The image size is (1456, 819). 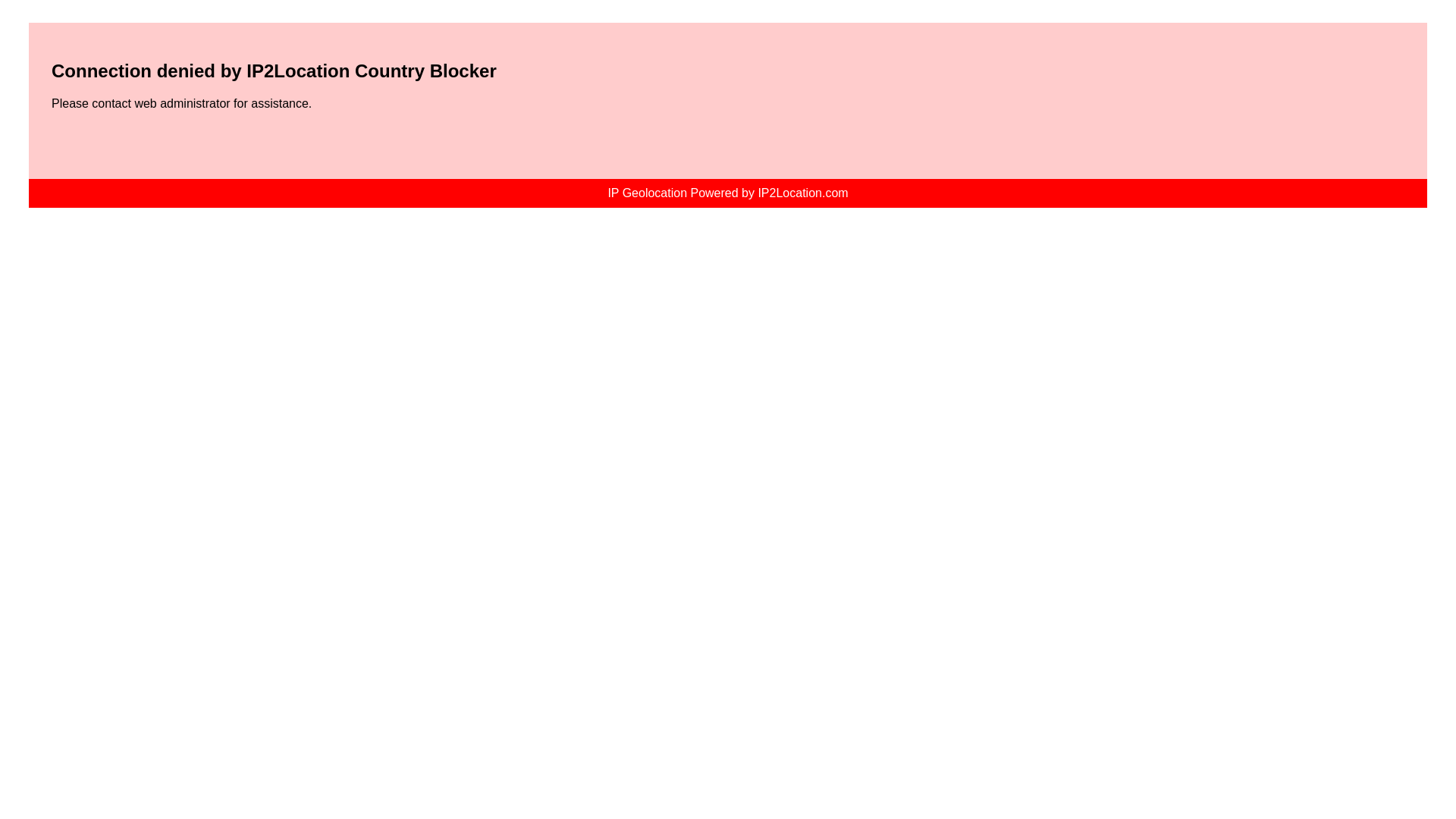 What do you see at coordinates (726, 192) in the screenshot?
I see `'IP Geolocation Powered by IP2Location.com'` at bounding box center [726, 192].